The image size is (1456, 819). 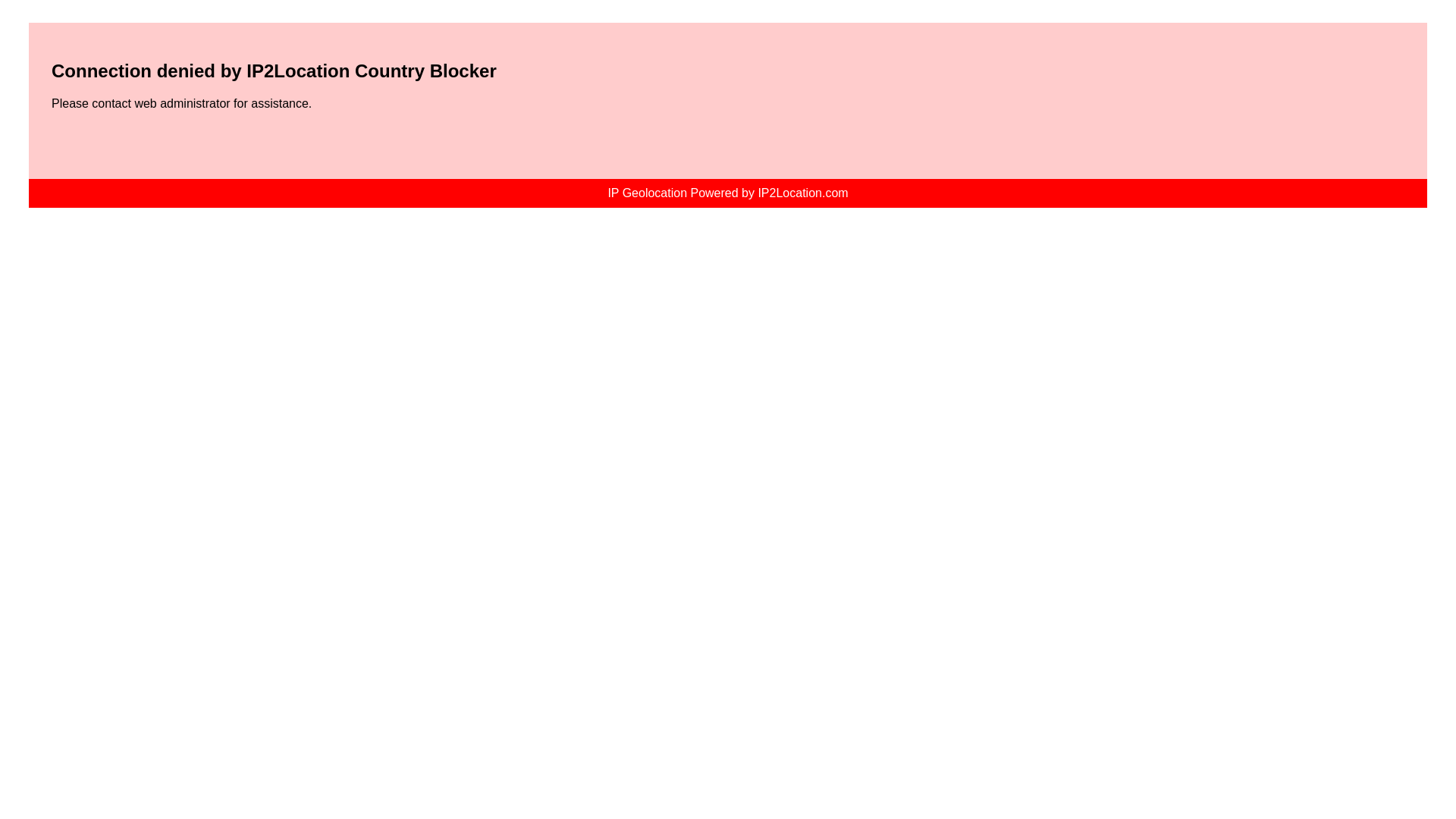 What do you see at coordinates (726, 192) in the screenshot?
I see `'IP Geolocation Powered by IP2Location.com'` at bounding box center [726, 192].